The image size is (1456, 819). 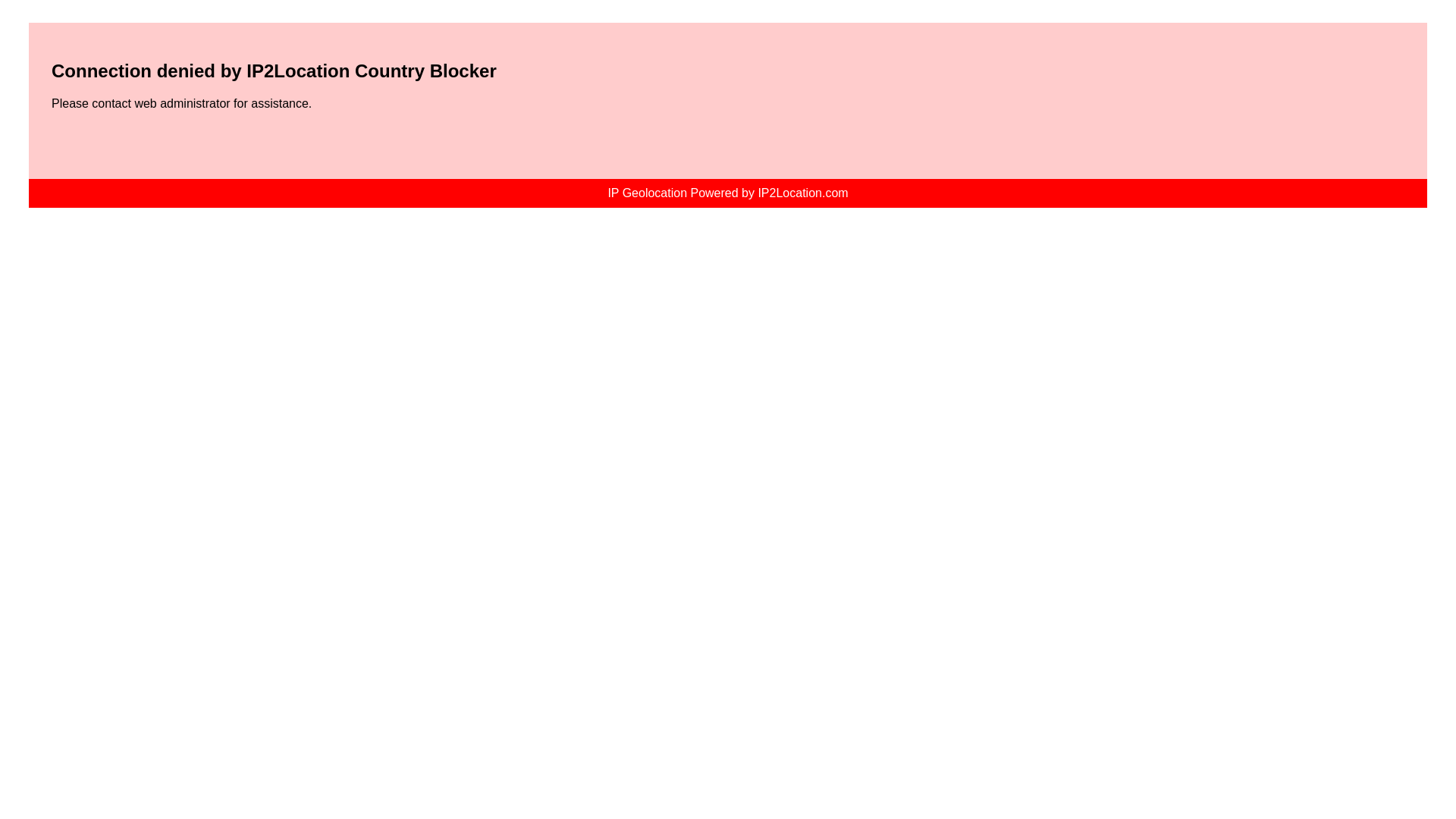 What do you see at coordinates (726, 192) in the screenshot?
I see `'IP Geolocation Powered by IP2Location.com'` at bounding box center [726, 192].